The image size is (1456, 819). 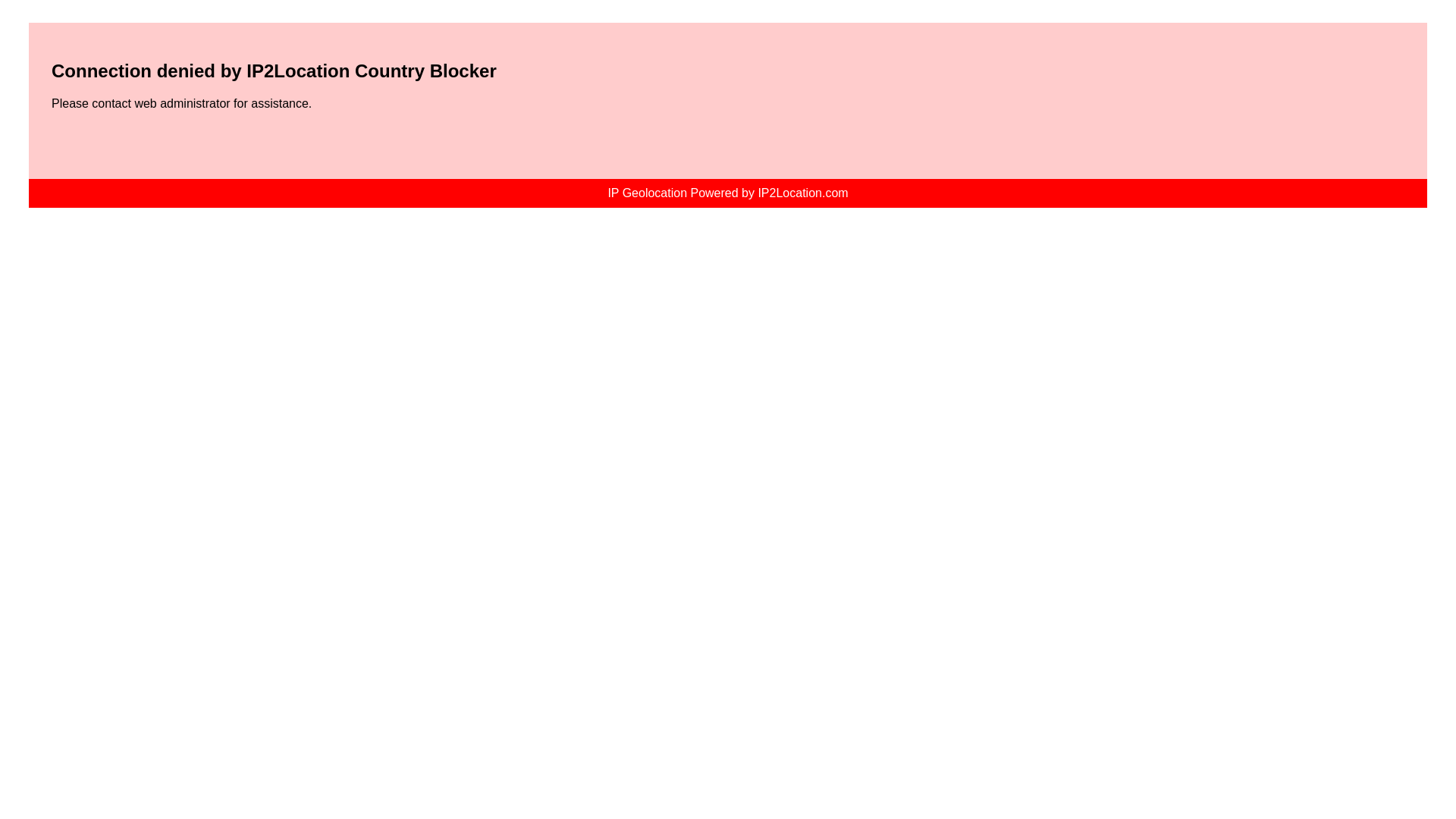 What do you see at coordinates (726, 192) in the screenshot?
I see `'IP Geolocation Powered by IP2Location.com'` at bounding box center [726, 192].